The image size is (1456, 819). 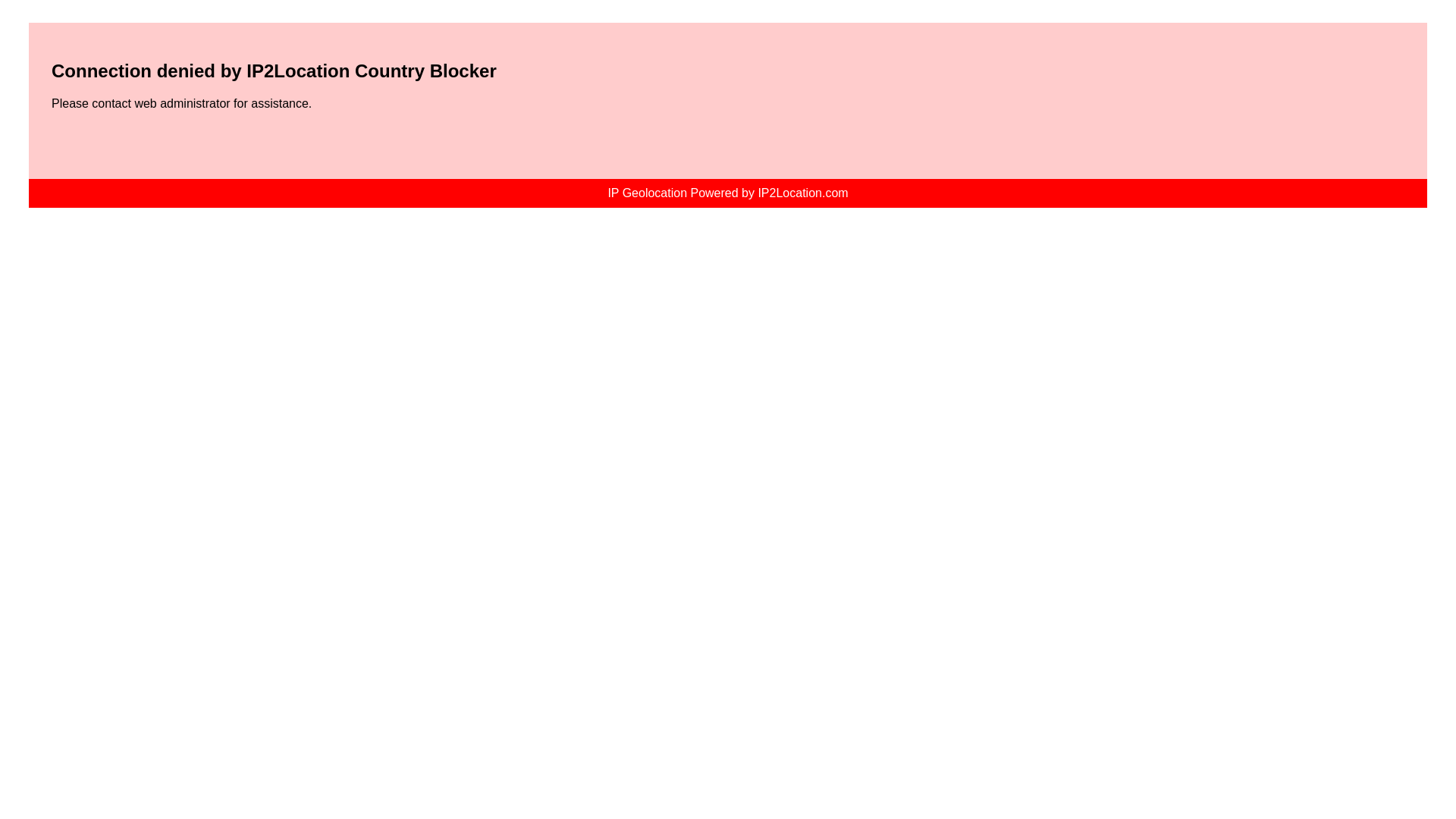 What do you see at coordinates (726, 192) in the screenshot?
I see `'IP Geolocation Powered by IP2Location.com'` at bounding box center [726, 192].